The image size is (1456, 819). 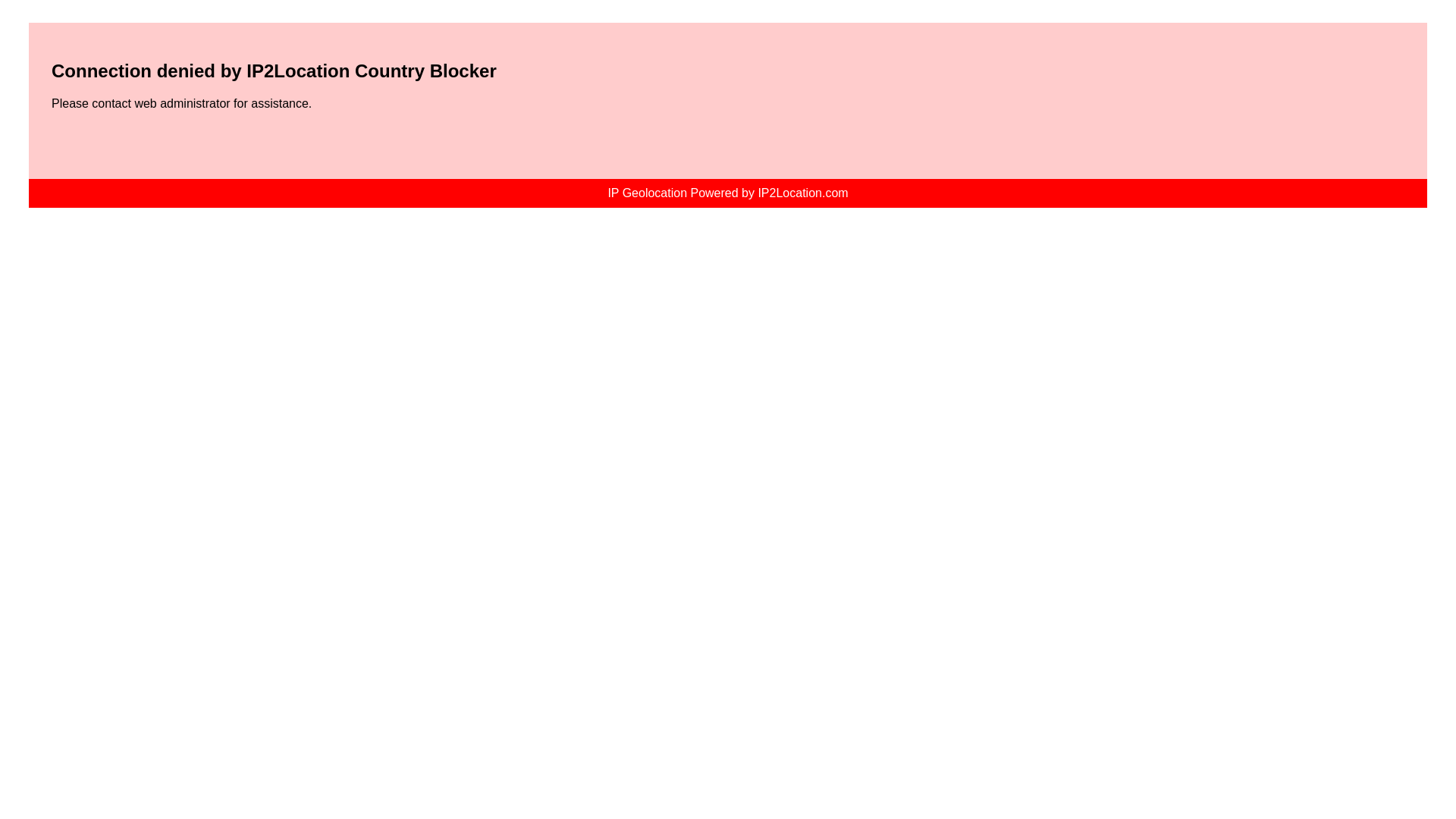 What do you see at coordinates (726, 192) in the screenshot?
I see `'IP Geolocation Powered by IP2Location.com'` at bounding box center [726, 192].